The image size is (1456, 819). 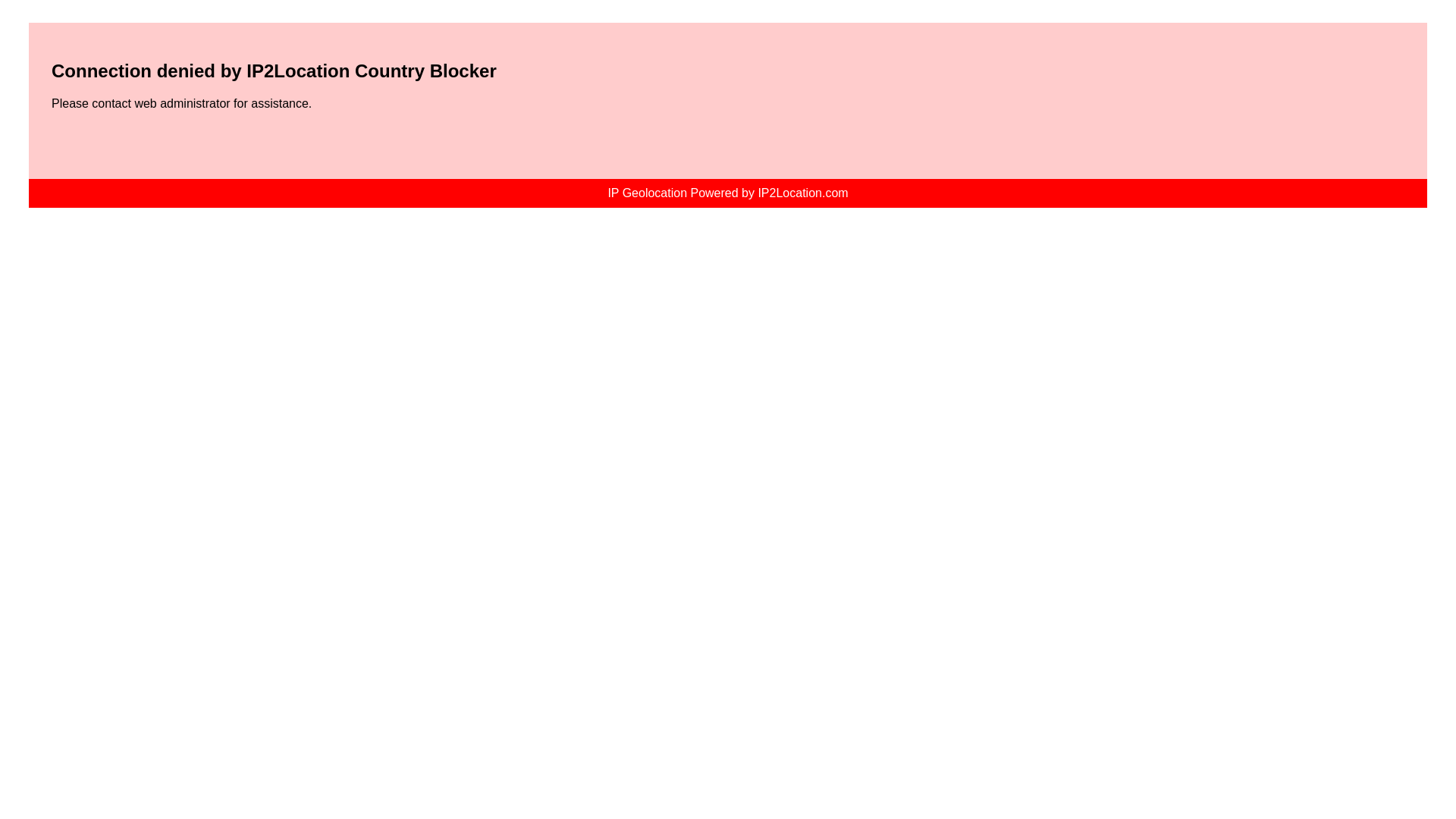 What do you see at coordinates (726, 192) in the screenshot?
I see `'IP Geolocation Powered by IP2Location.com'` at bounding box center [726, 192].